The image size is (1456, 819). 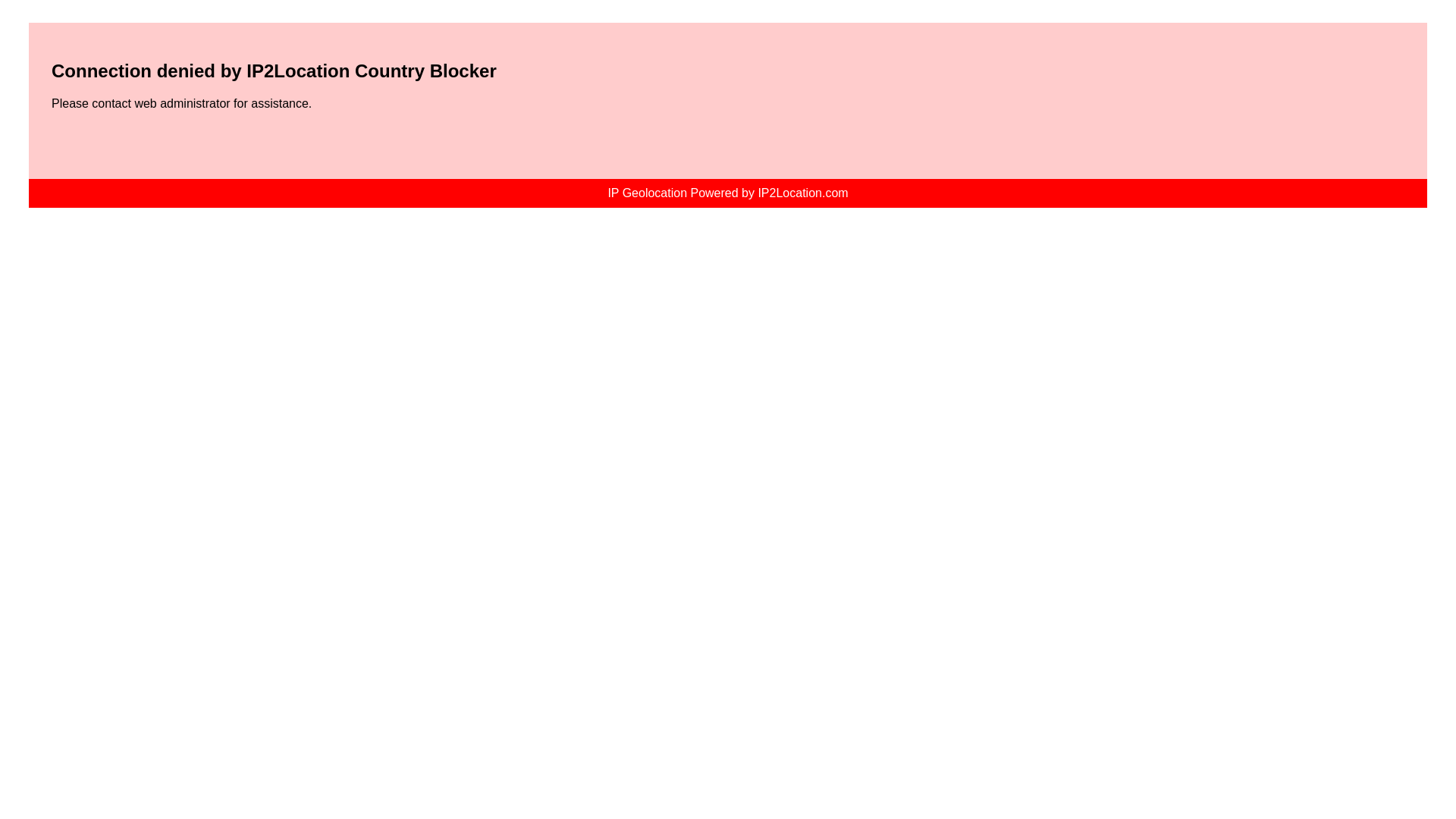 What do you see at coordinates (726, 192) in the screenshot?
I see `'IP Geolocation Powered by IP2Location.com'` at bounding box center [726, 192].